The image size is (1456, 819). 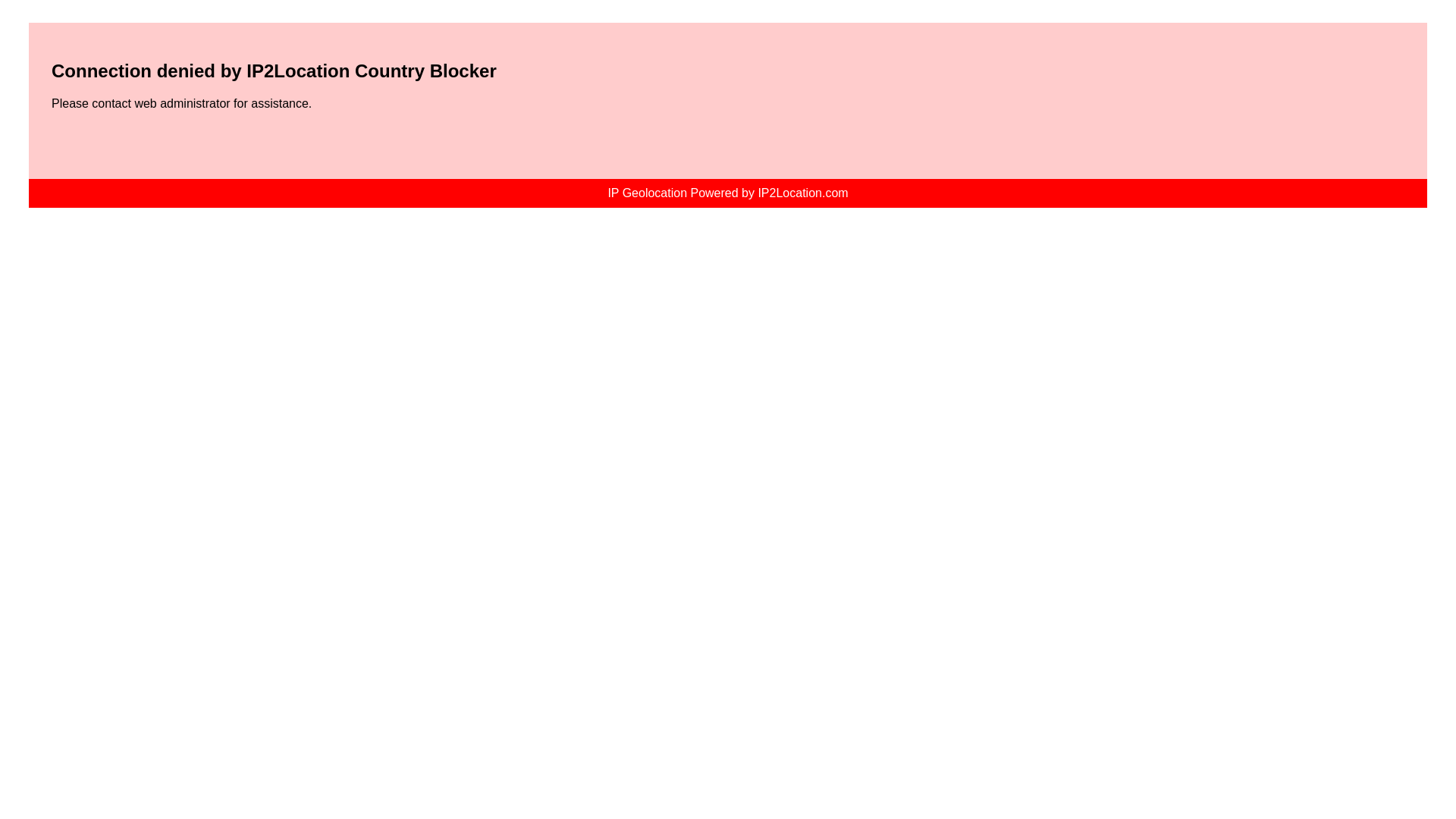 What do you see at coordinates (726, 192) in the screenshot?
I see `'IP Geolocation Powered by IP2Location.com'` at bounding box center [726, 192].